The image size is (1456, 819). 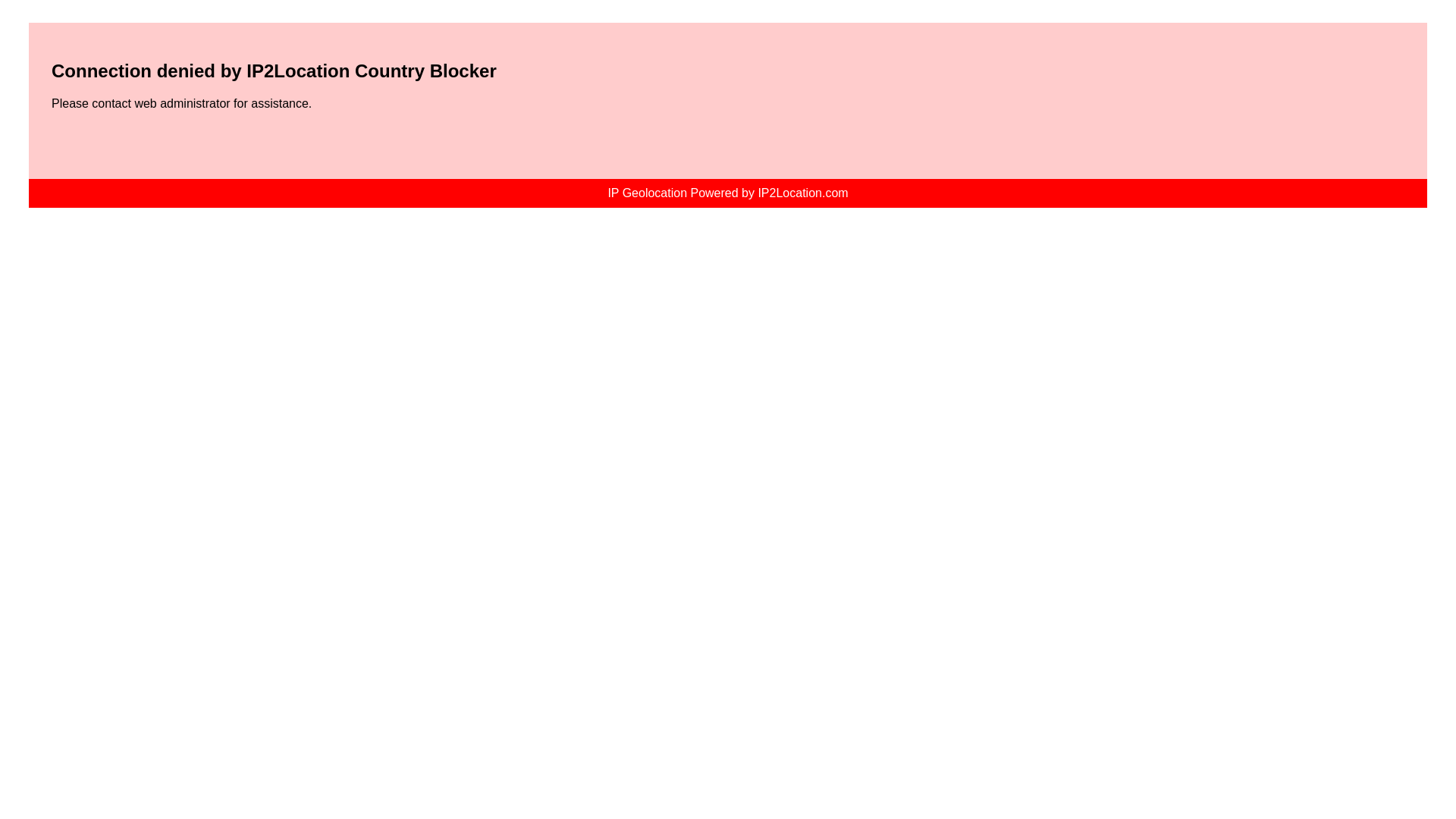 What do you see at coordinates (726, 192) in the screenshot?
I see `'IP Geolocation Powered by IP2Location.com'` at bounding box center [726, 192].